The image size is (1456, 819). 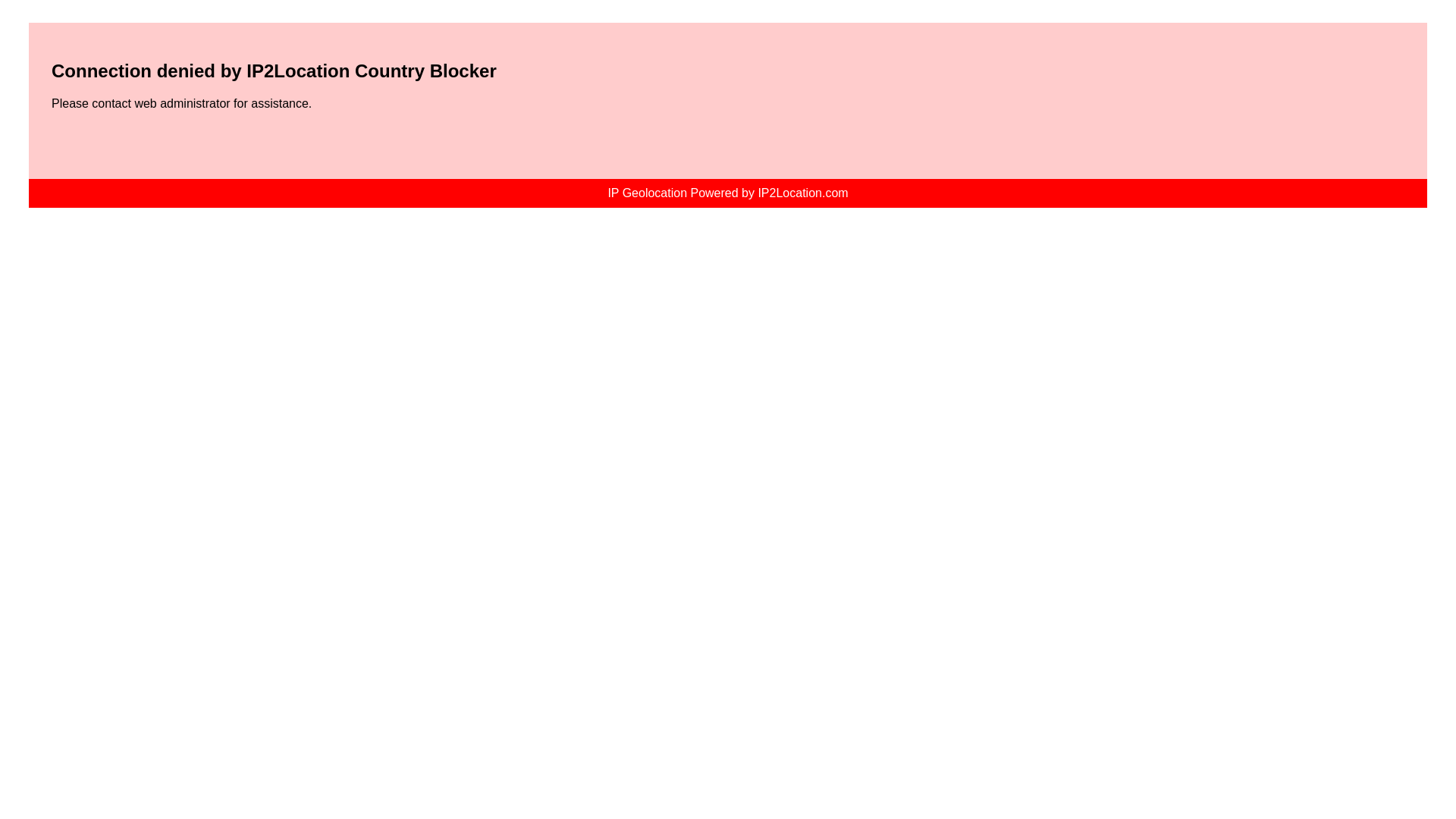 What do you see at coordinates (726, 192) in the screenshot?
I see `'IP Geolocation Powered by IP2Location.com'` at bounding box center [726, 192].